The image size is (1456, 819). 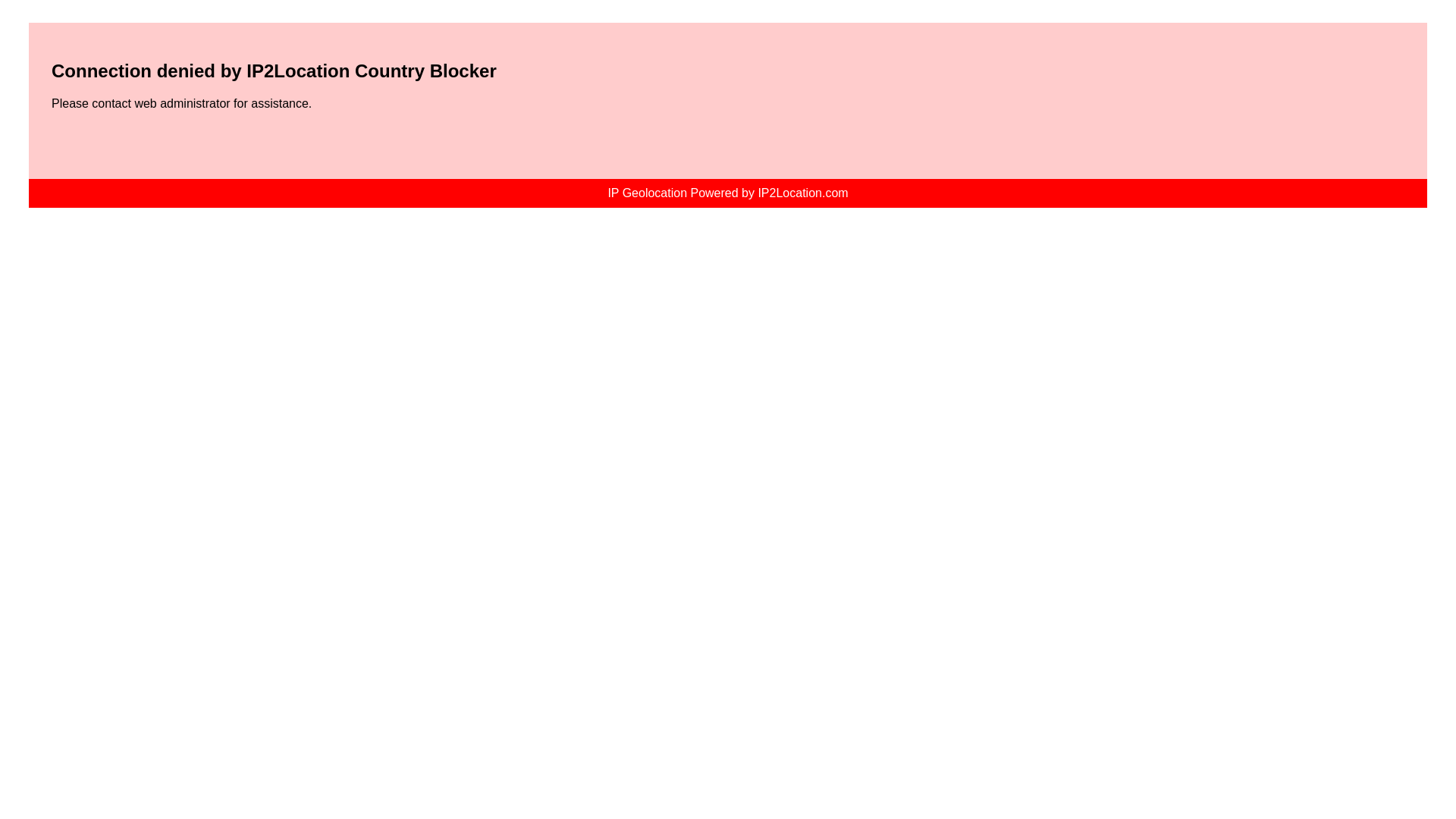 What do you see at coordinates (726, 192) in the screenshot?
I see `'IP Geolocation Powered by IP2Location.com'` at bounding box center [726, 192].